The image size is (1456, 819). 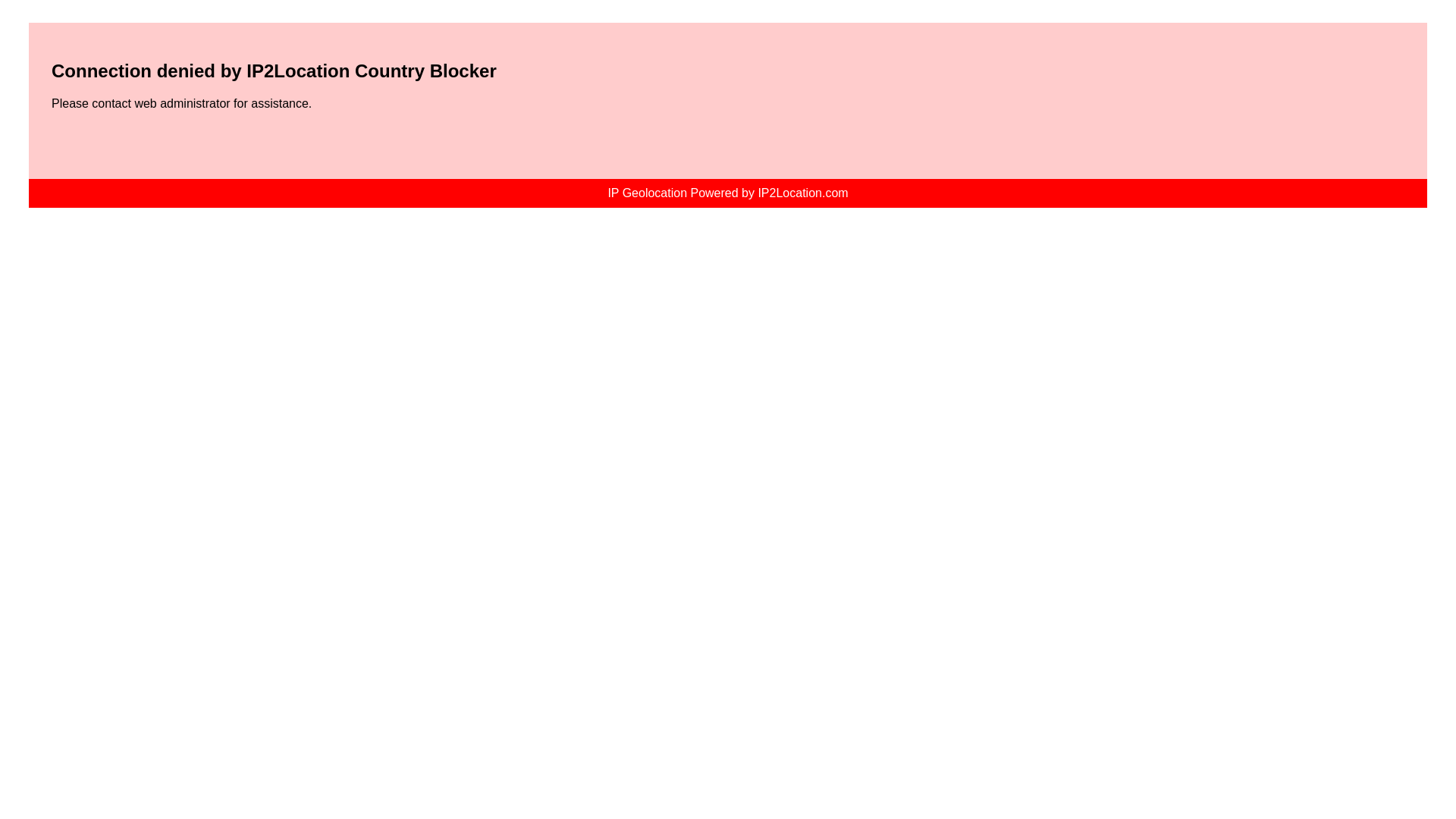 What do you see at coordinates (726, 192) in the screenshot?
I see `'IP Geolocation Powered by IP2Location.com'` at bounding box center [726, 192].